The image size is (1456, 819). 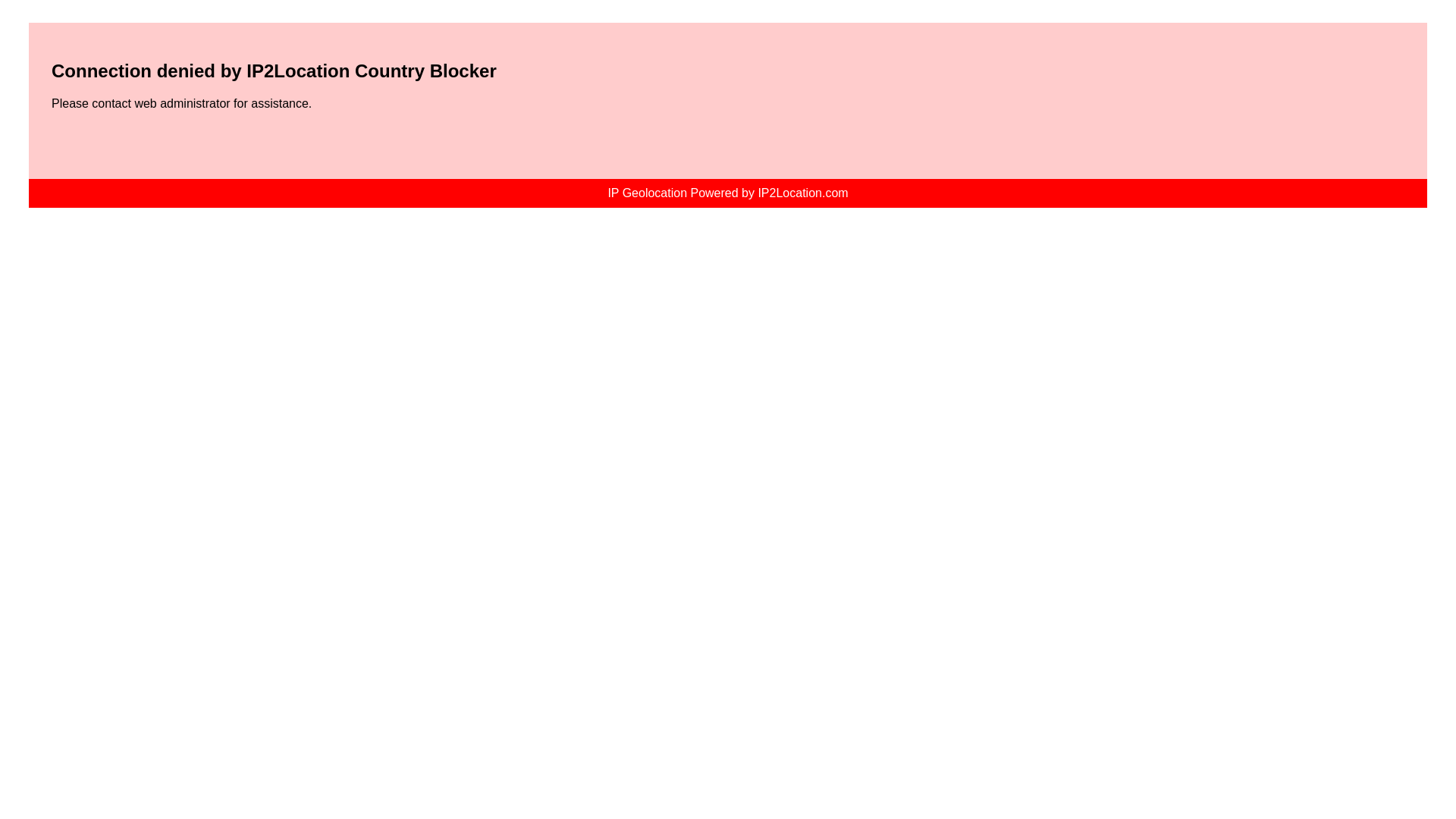 What do you see at coordinates (726, 192) in the screenshot?
I see `'IP Geolocation Powered by IP2Location.com'` at bounding box center [726, 192].